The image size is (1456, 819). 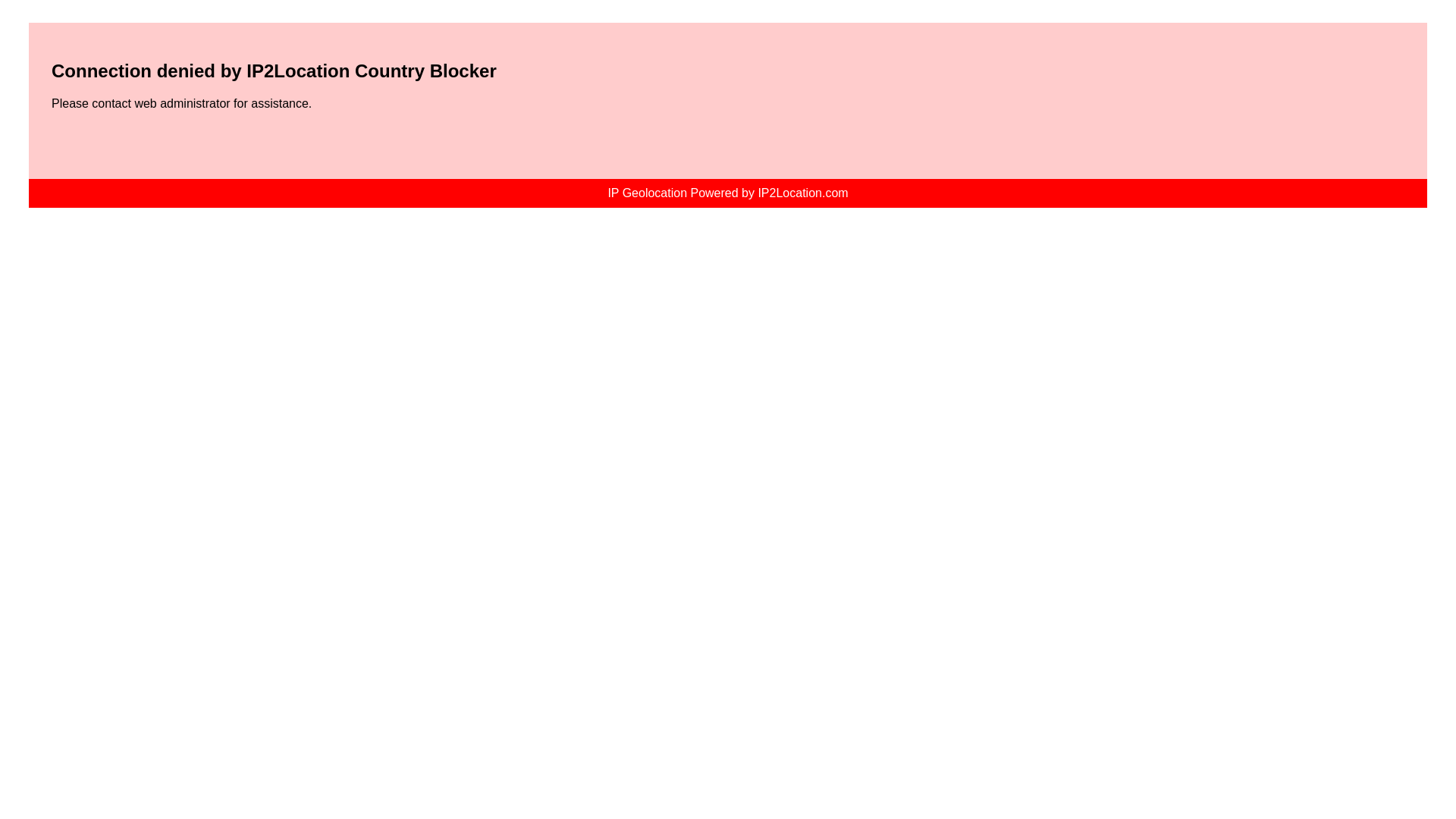 What do you see at coordinates (726, 192) in the screenshot?
I see `'IP Geolocation Powered by IP2Location.com'` at bounding box center [726, 192].